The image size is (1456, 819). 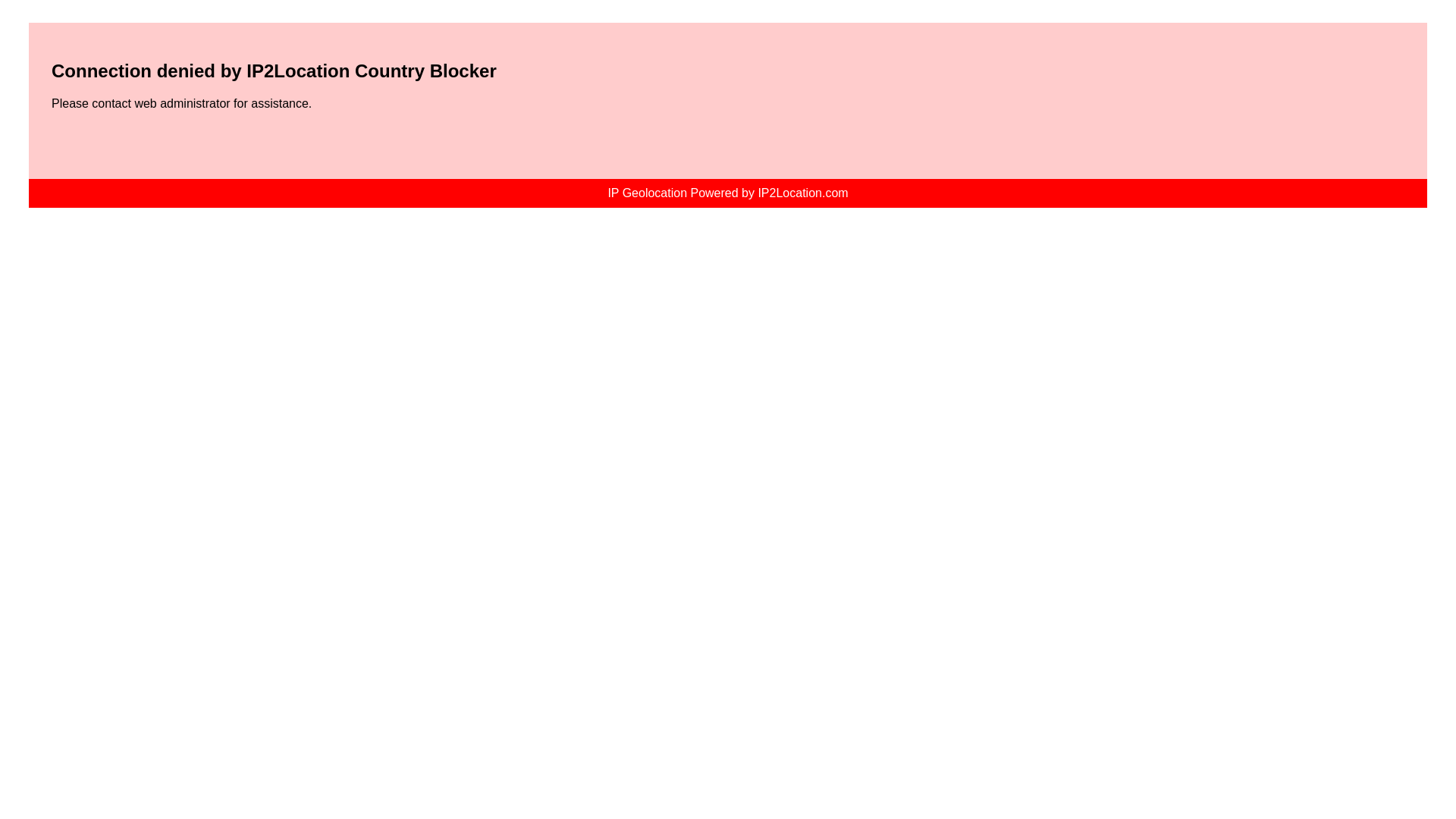 What do you see at coordinates (726, 192) in the screenshot?
I see `'IP Geolocation Powered by IP2Location.com'` at bounding box center [726, 192].